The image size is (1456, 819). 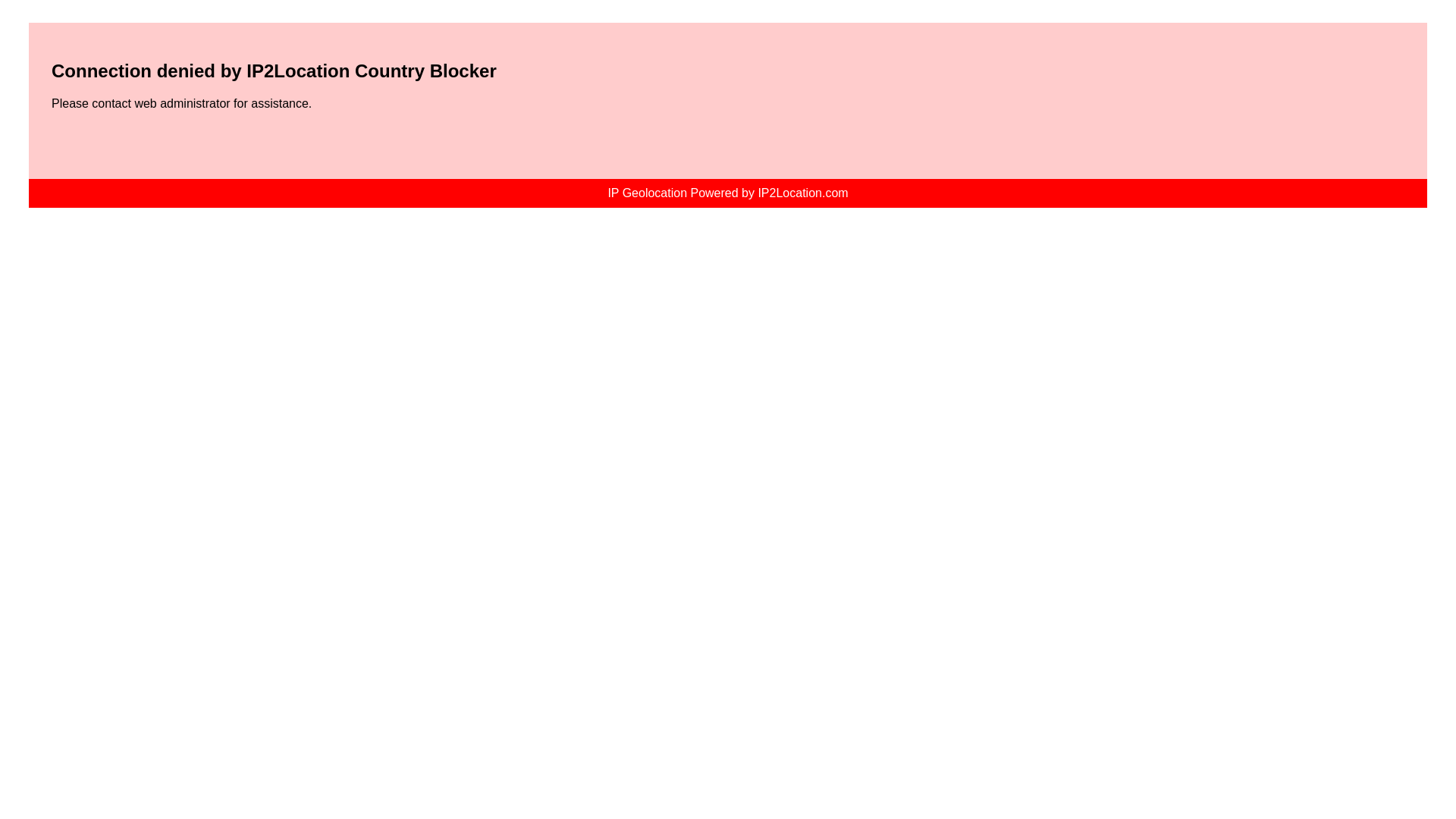 What do you see at coordinates (726, 192) in the screenshot?
I see `'IP Geolocation Powered by IP2Location.com'` at bounding box center [726, 192].